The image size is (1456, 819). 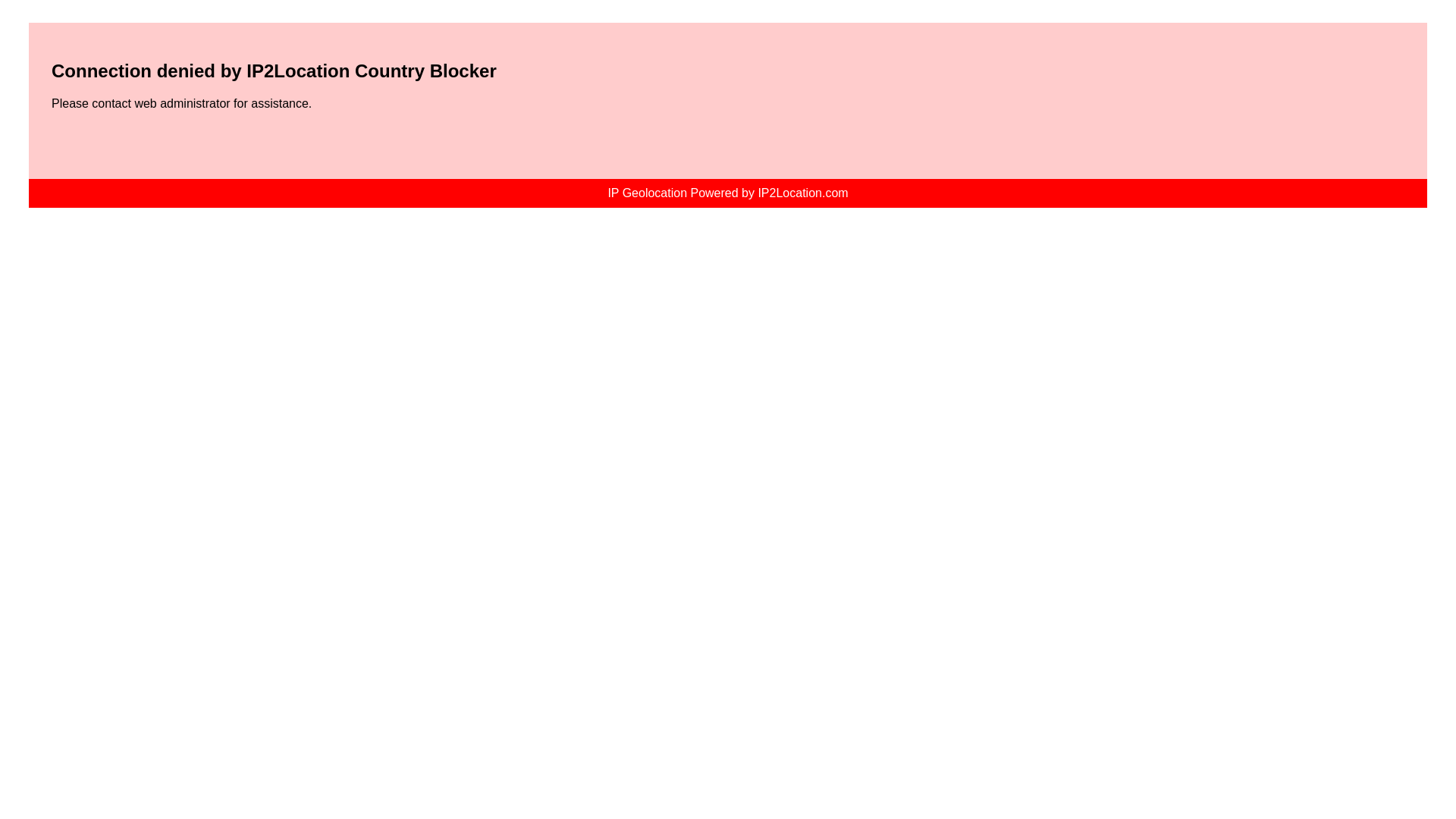 What do you see at coordinates (726, 192) in the screenshot?
I see `'IP Geolocation Powered by IP2Location.com'` at bounding box center [726, 192].